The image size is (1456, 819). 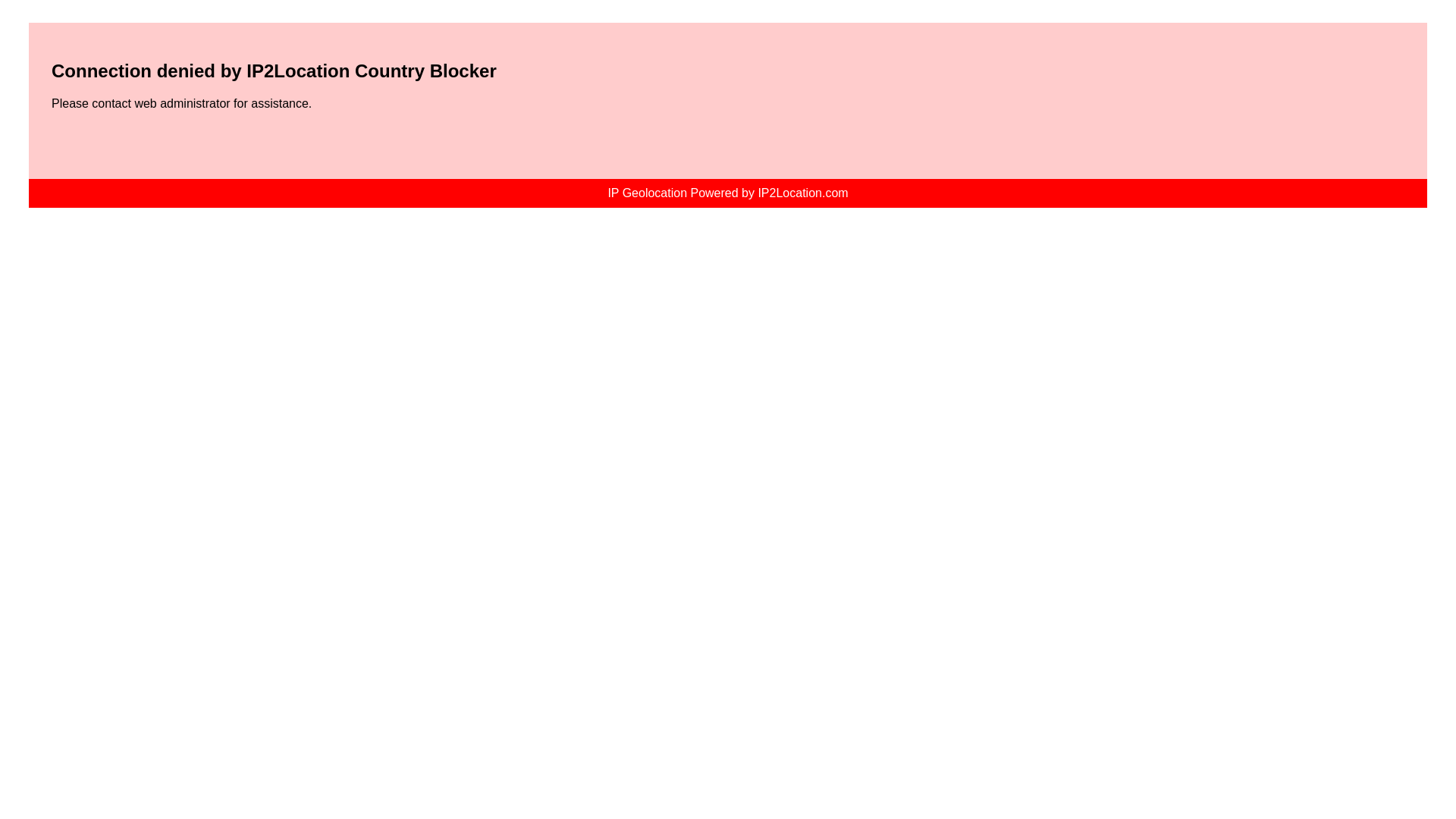 What do you see at coordinates (726, 192) in the screenshot?
I see `'IP Geolocation Powered by IP2Location.com'` at bounding box center [726, 192].